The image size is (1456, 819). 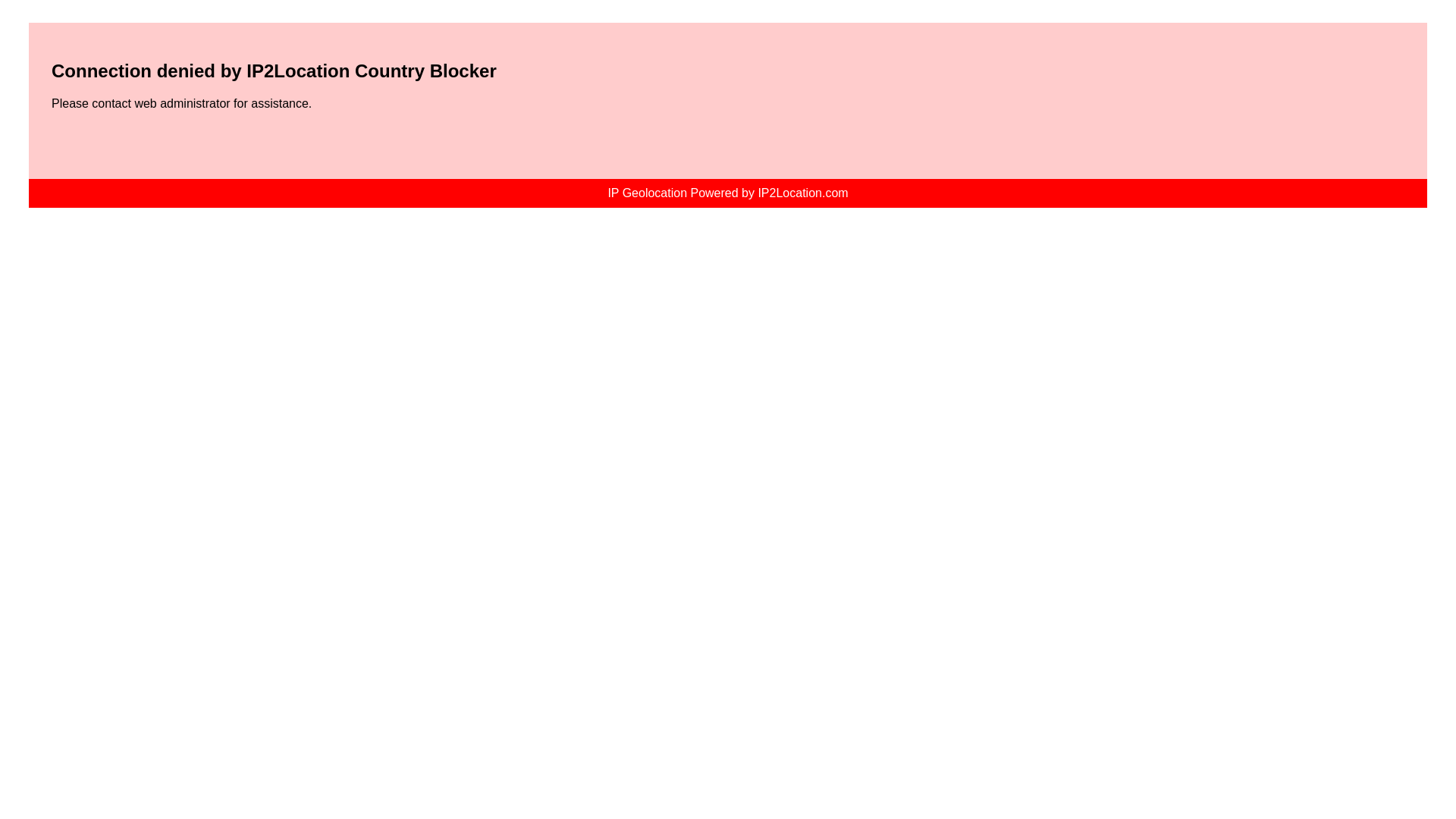 What do you see at coordinates (726, 192) in the screenshot?
I see `'IP Geolocation Powered by IP2Location.com'` at bounding box center [726, 192].